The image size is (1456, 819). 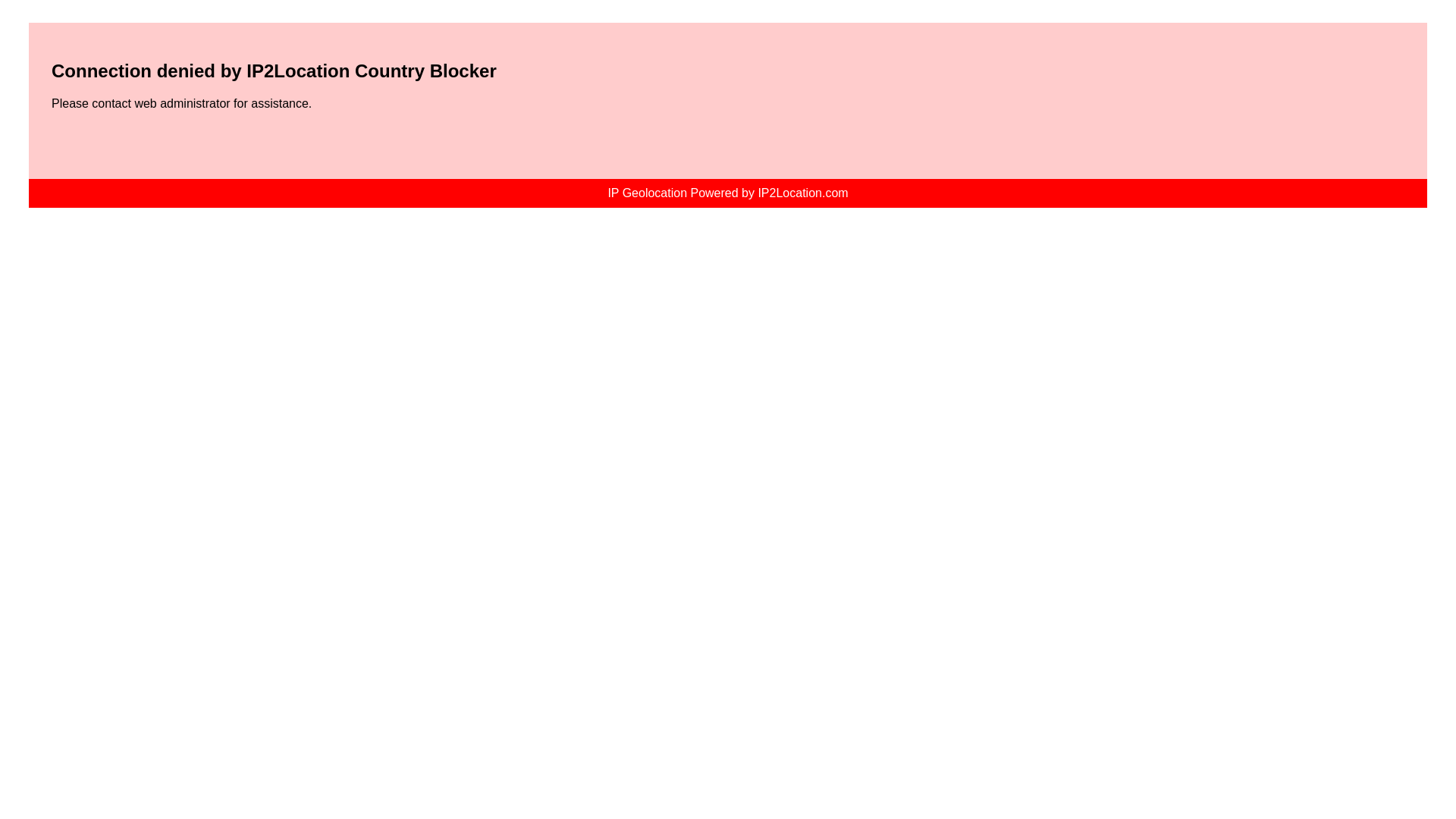 What do you see at coordinates (726, 192) in the screenshot?
I see `'IP Geolocation Powered by IP2Location.com'` at bounding box center [726, 192].